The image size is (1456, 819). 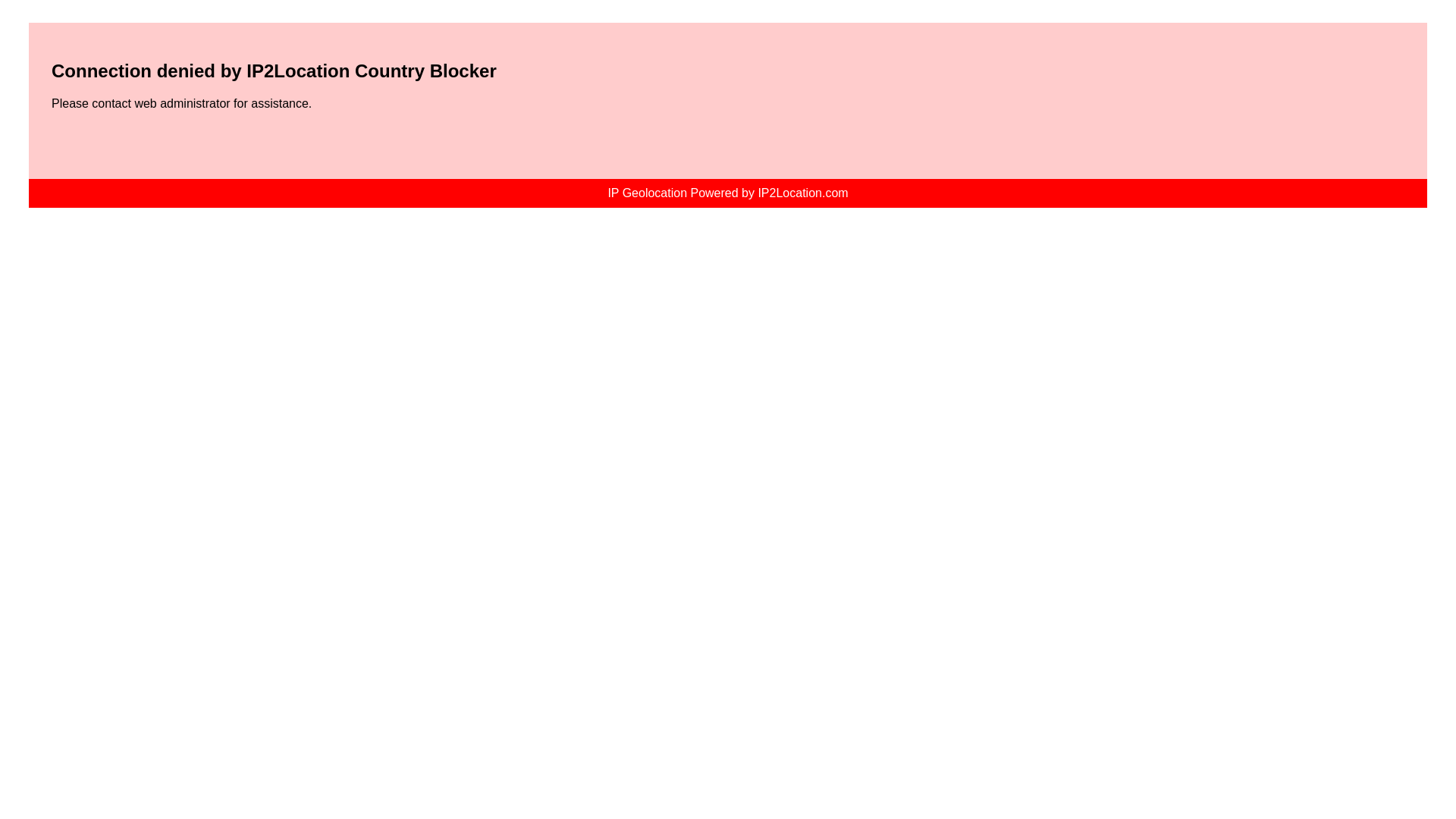 What do you see at coordinates (726, 192) in the screenshot?
I see `'IP Geolocation Powered by IP2Location.com'` at bounding box center [726, 192].